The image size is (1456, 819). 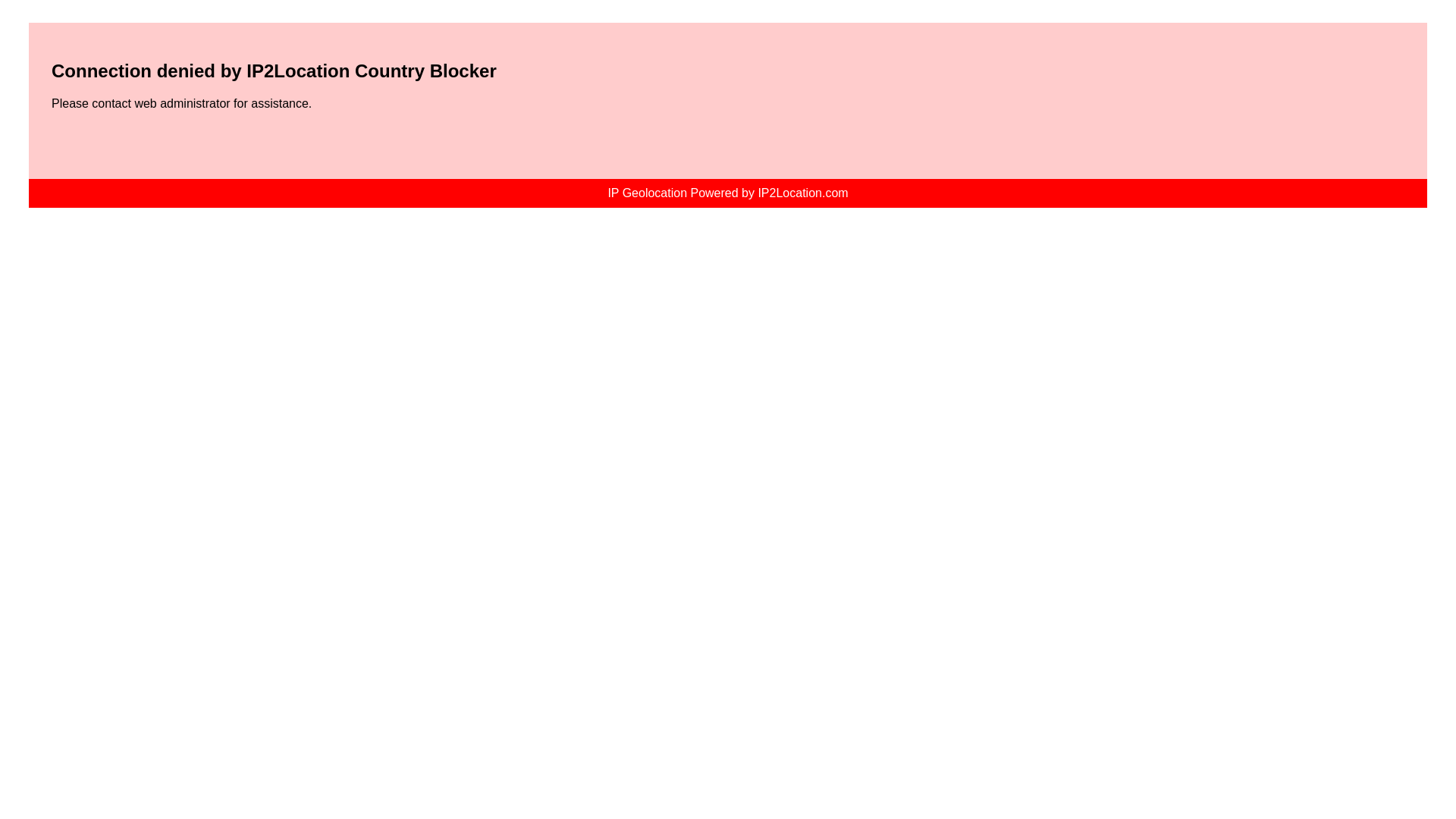 What do you see at coordinates (726, 192) in the screenshot?
I see `'IP Geolocation Powered by IP2Location.com'` at bounding box center [726, 192].